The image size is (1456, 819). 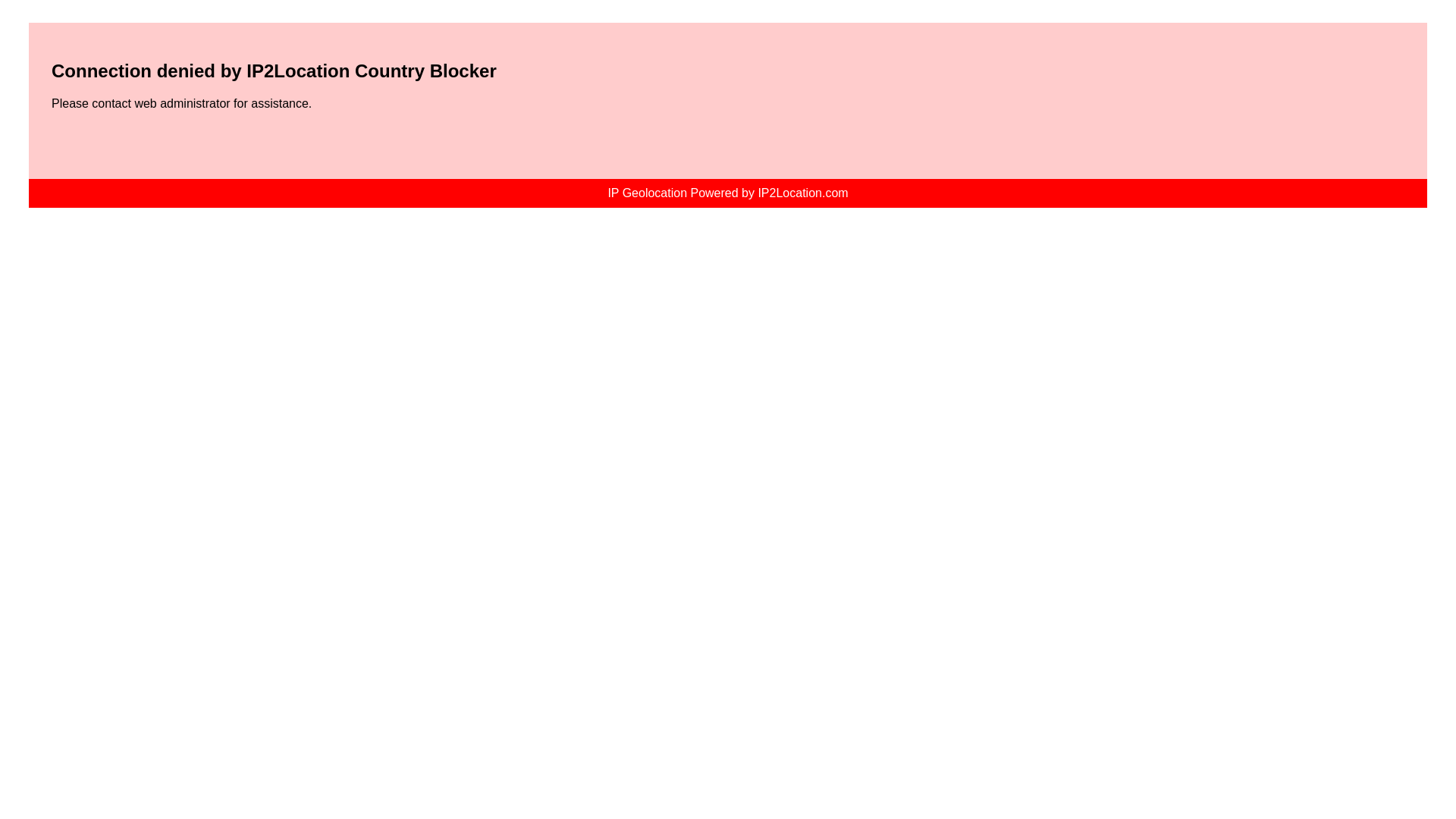 What do you see at coordinates (726, 192) in the screenshot?
I see `'IP Geolocation Powered by IP2Location.com'` at bounding box center [726, 192].